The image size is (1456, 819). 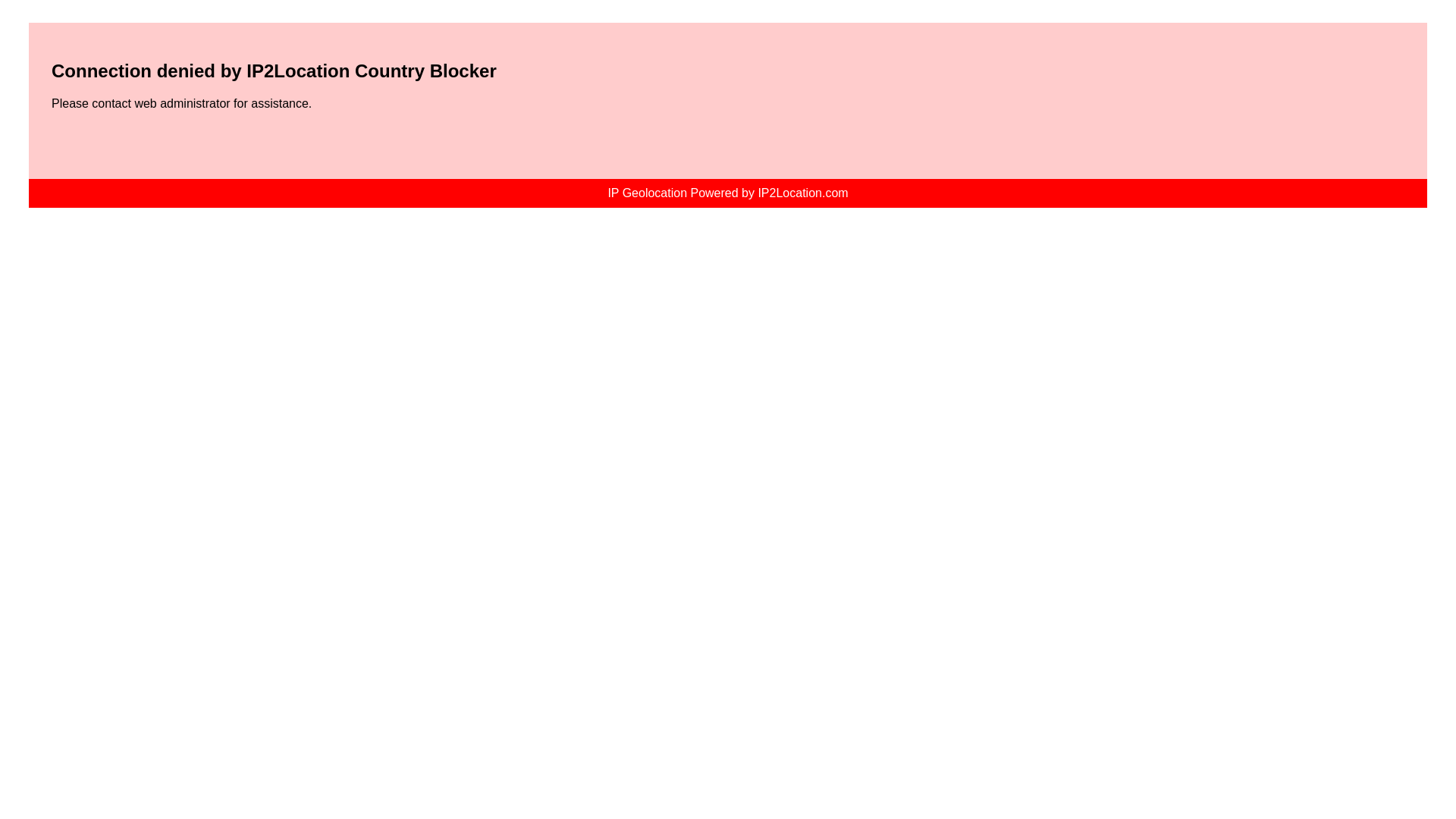 What do you see at coordinates (726, 192) in the screenshot?
I see `'IP Geolocation Powered by IP2Location.com'` at bounding box center [726, 192].